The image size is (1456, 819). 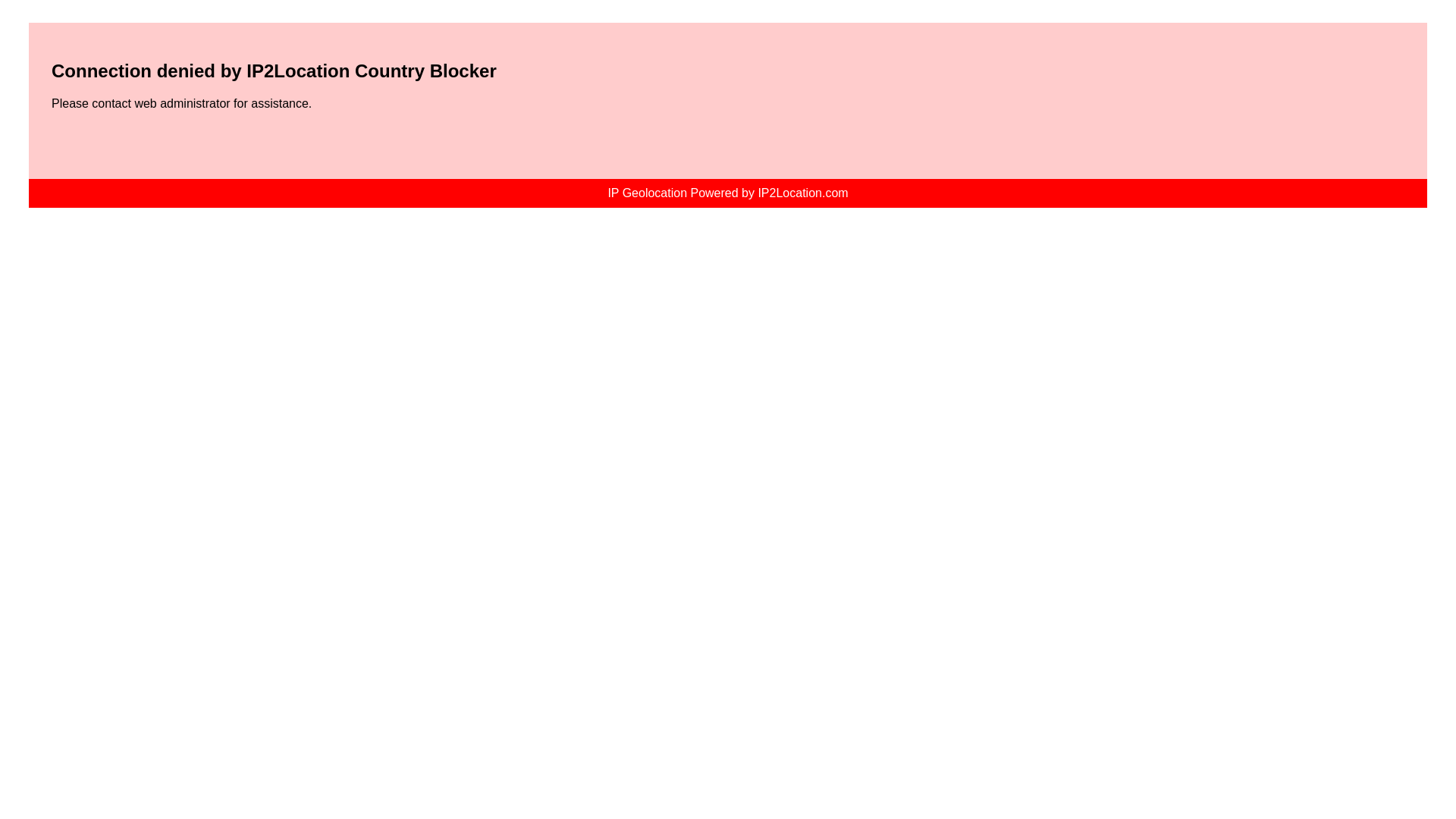 What do you see at coordinates (726, 192) in the screenshot?
I see `'IP Geolocation Powered by IP2Location.com'` at bounding box center [726, 192].